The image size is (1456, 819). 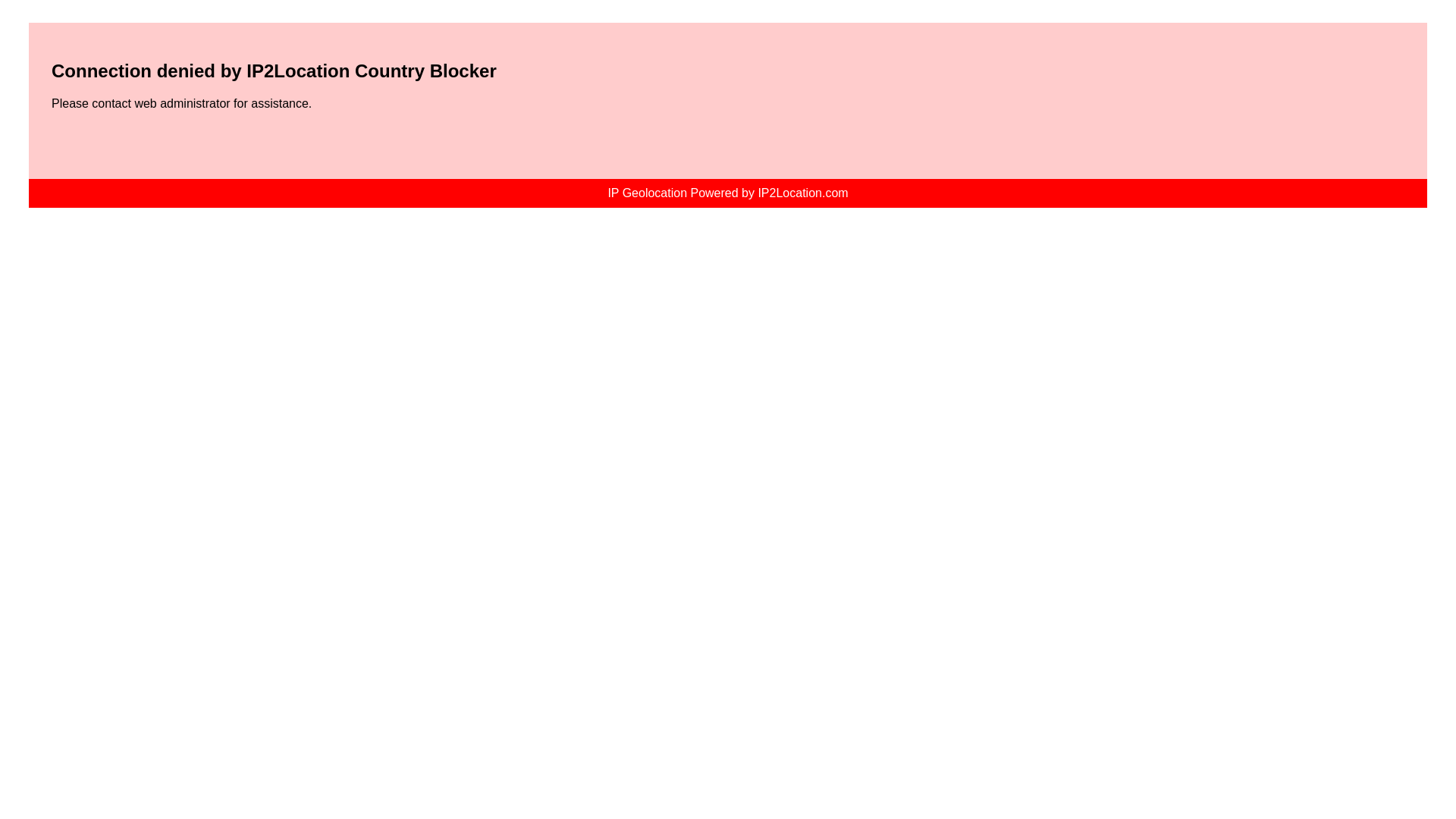 What do you see at coordinates (726, 192) in the screenshot?
I see `'IP Geolocation Powered by IP2Location.com'` at bounding box center [726, 192].